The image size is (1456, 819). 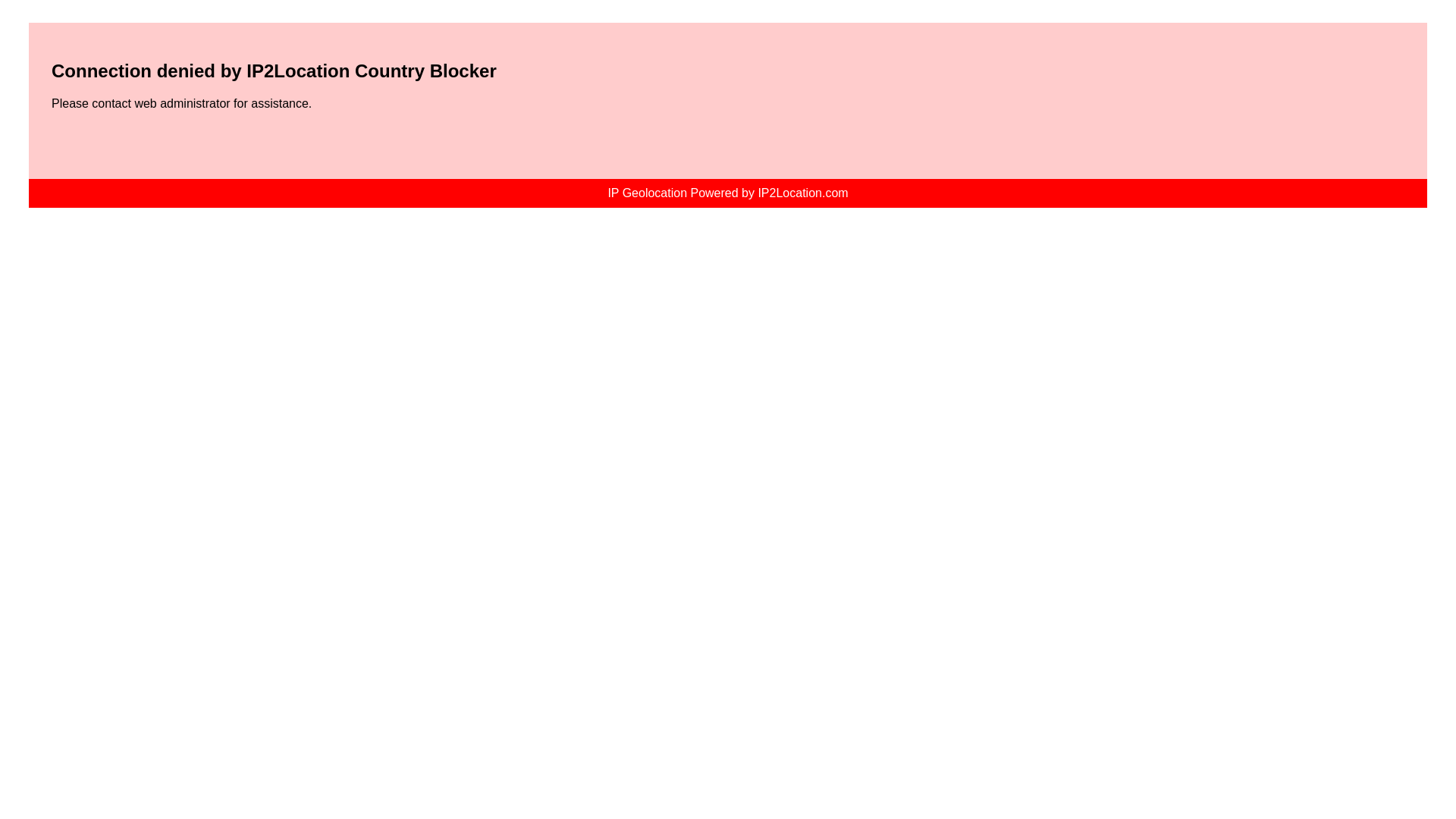 What do you see at coordinates (726, 192) in the screenshot?
I see `'IP Geolocation Powered by IP2Location.com'` at bounding box center [726, 192].